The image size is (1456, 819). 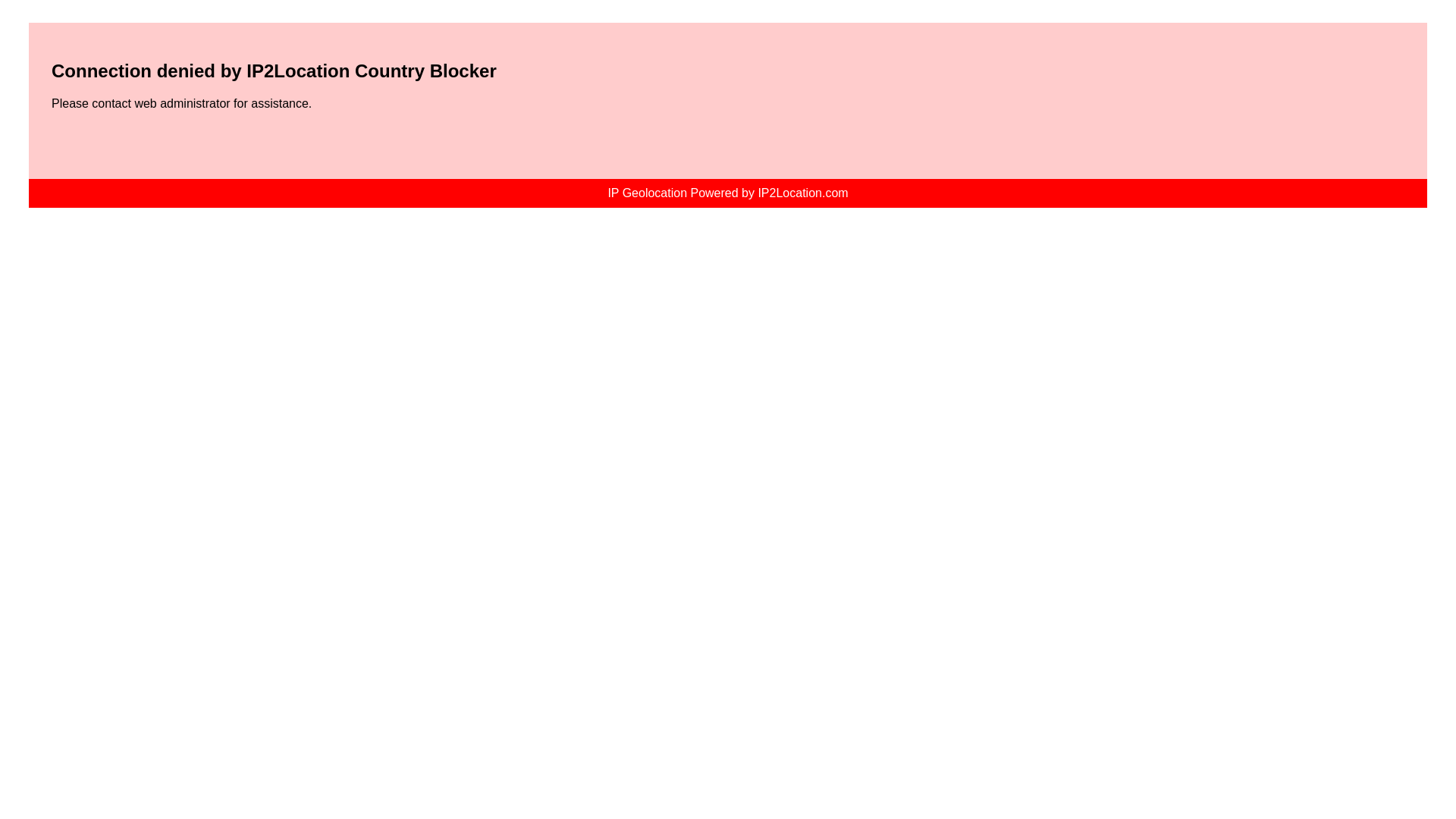 What do you see at coordinates (726, 192) in the screenshot?
I see `'IP Geolocation Powered by IP2Location.com'` at bounding box center [726, 192].